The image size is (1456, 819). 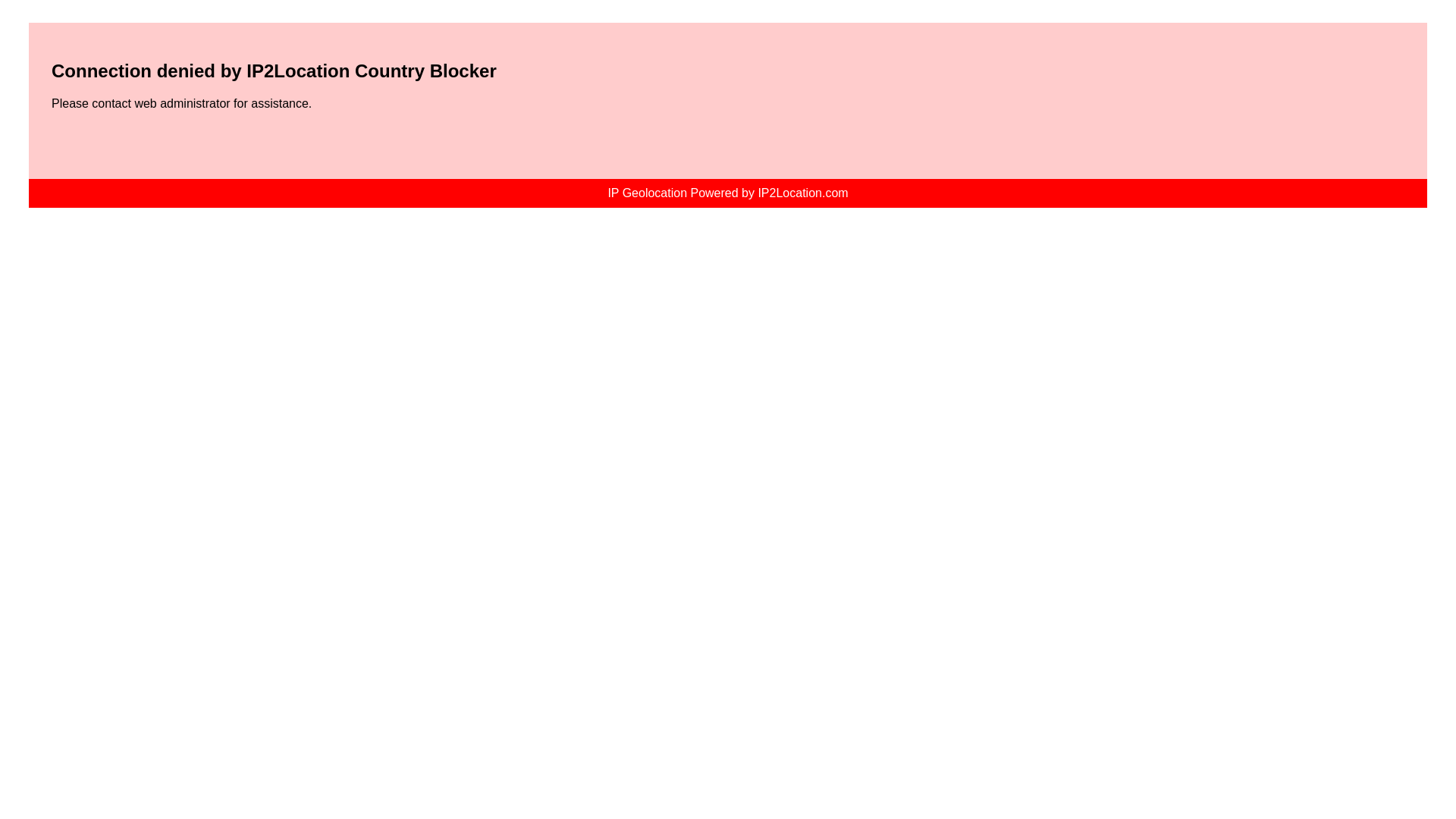 What do you see at coordinates (726, 192) in the screenshot?
I see `'IP Geolocation Powered by IP2Location.com'` at bounding box center [726, 192].